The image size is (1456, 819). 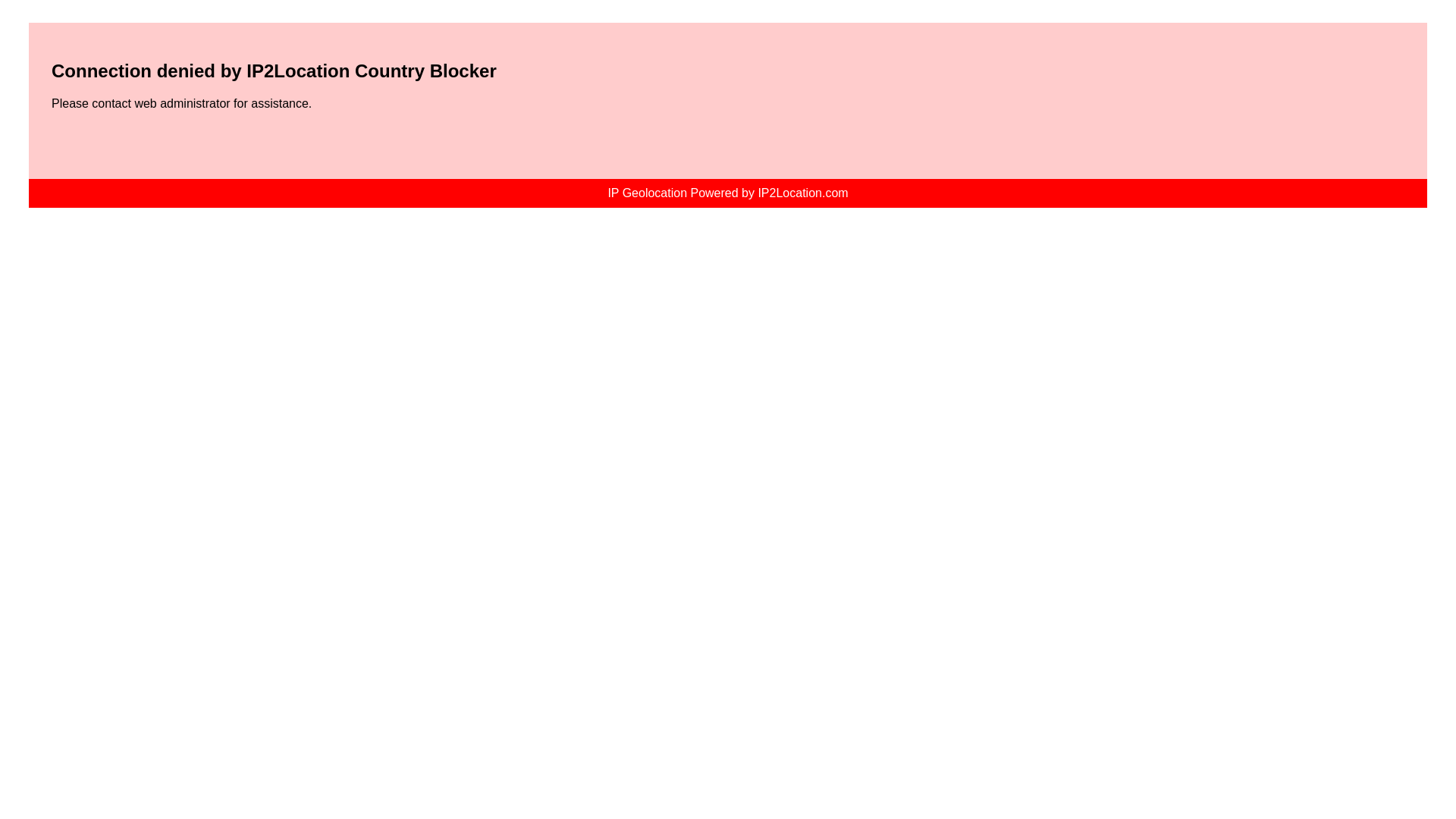 What do you see at coordinates (726, 192) in the screenshot?
I see `'IP Geolocation Powered by IP2Location.com'` at bounding box center [726, 192].